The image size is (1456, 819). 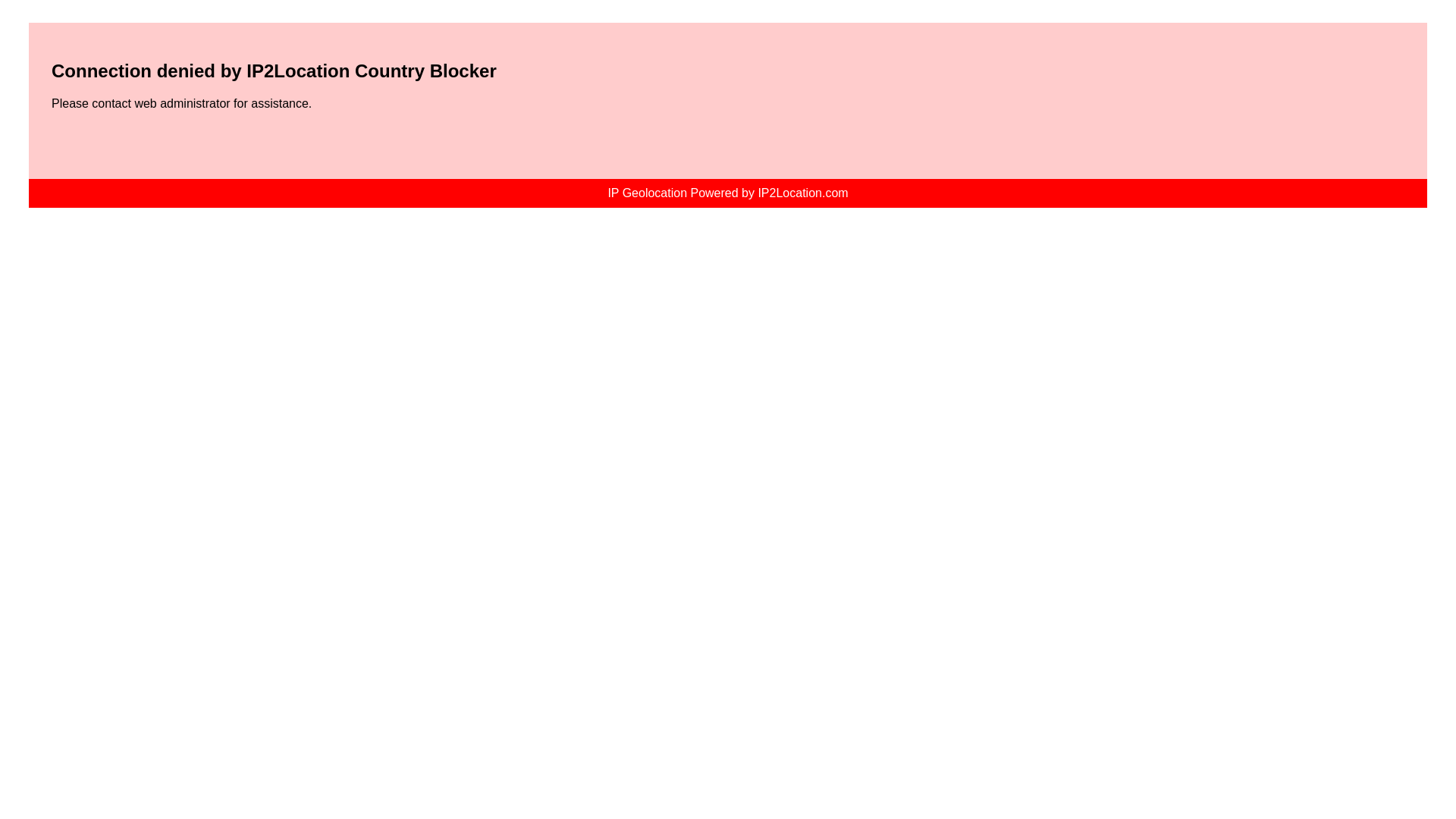 What do you see at coordinates (726, 192) in the screenshot?
I see `'IP Geolocation Powered by IP2Location.com'` at bounding box center [726, 192].